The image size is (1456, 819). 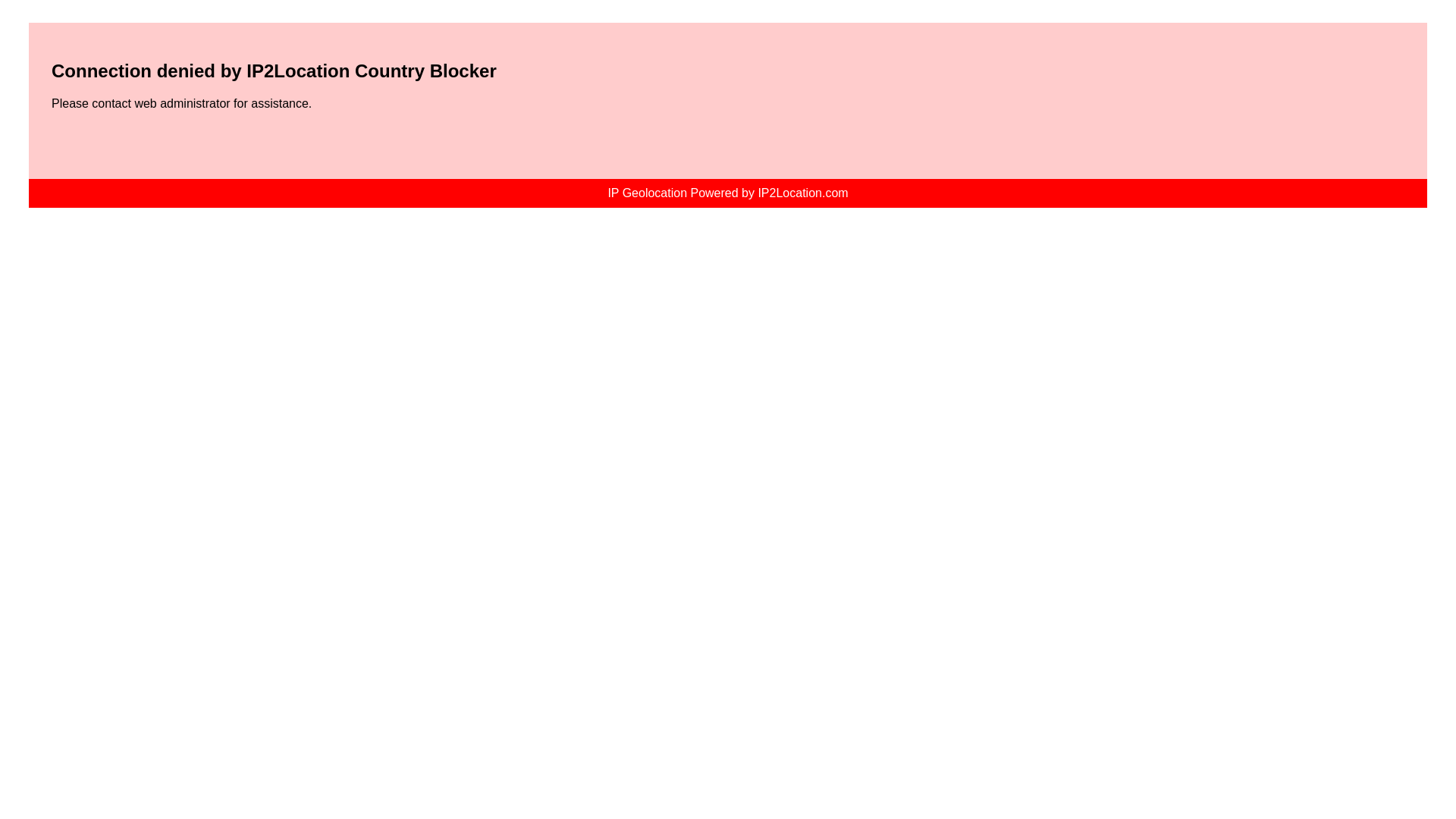 What do you see at coordinates (726, 192) in the screenshot?
I see `'IP Geolocation Powered by IP2Location.com'` at bounding box center [726, 192].